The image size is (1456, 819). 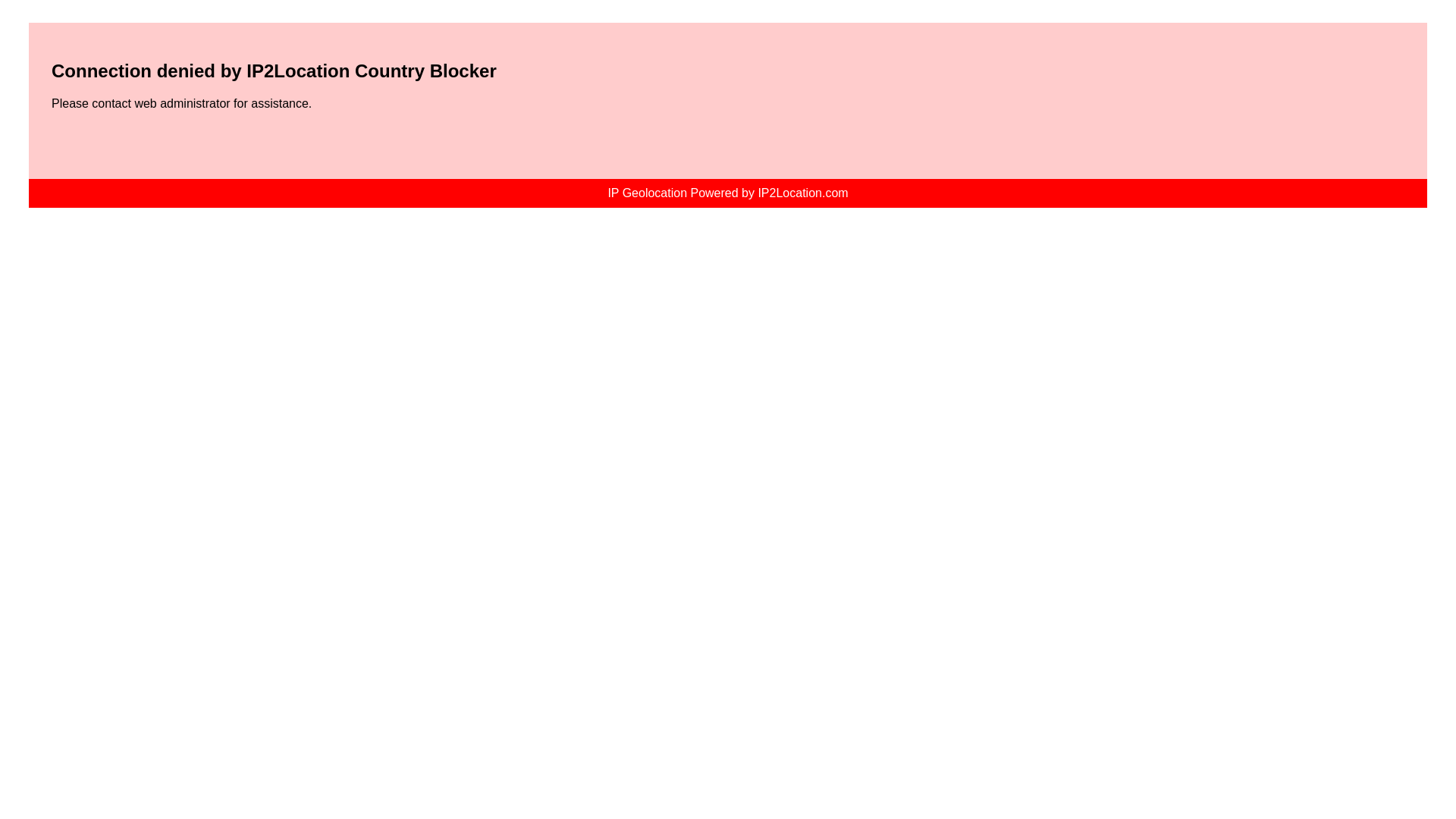 What do you see at coordinates (726, 192) in the screenshot?
I see `'IP Geolocation Powered by IP2Location.com'` at bounding box center [726, 192].